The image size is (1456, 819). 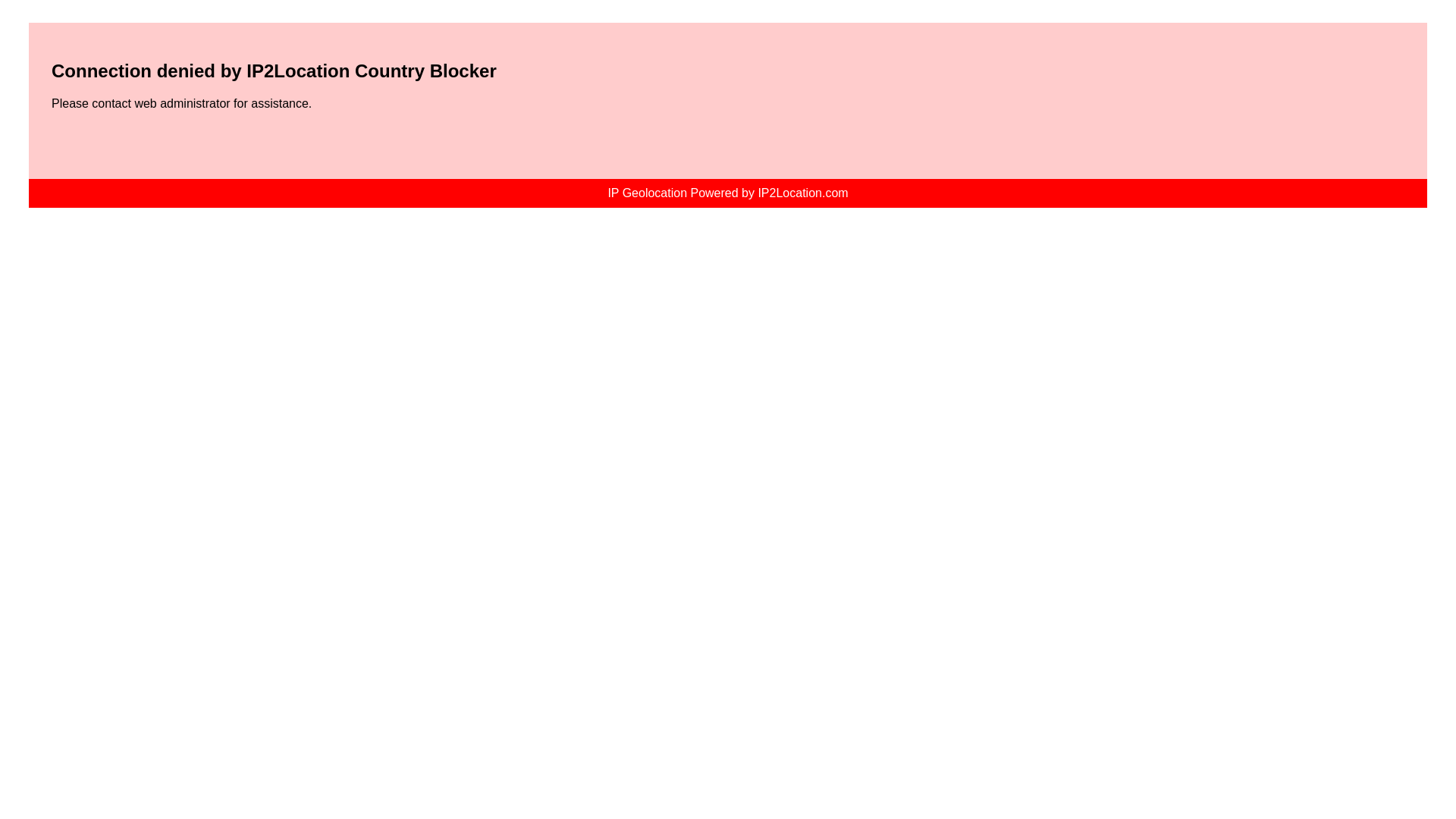 What do you see at coordinates (726, 192) in the screenshot?
I see `'IP Geolocation Powered by IP2Location.com'` at bounding box center [726, 192].